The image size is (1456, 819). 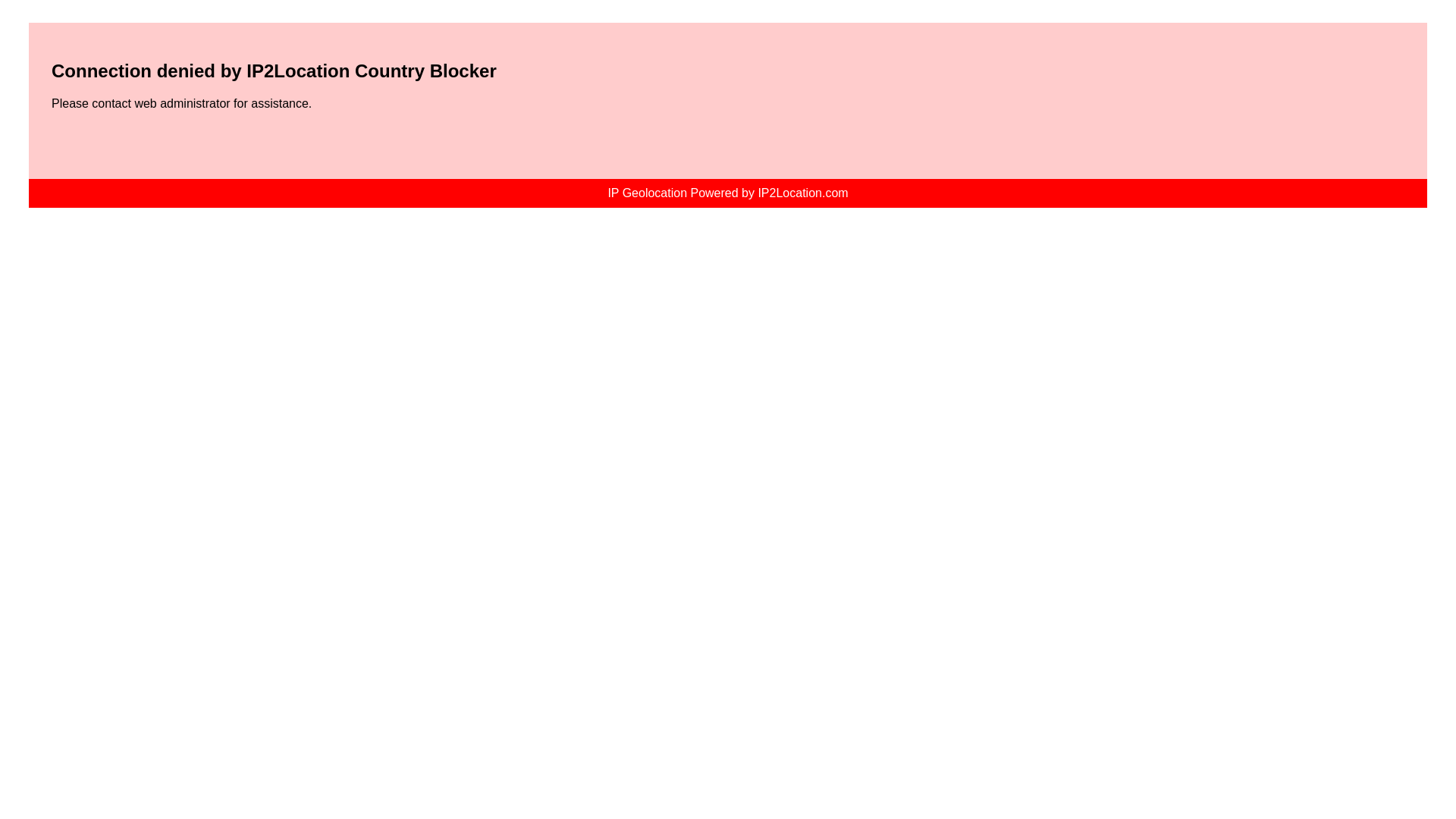 What do you see at coordinates (726, 192) in the screenshot?
I see `'IP Geolocation Powered by IP2Location.com'` at bounding box center [726, 192].